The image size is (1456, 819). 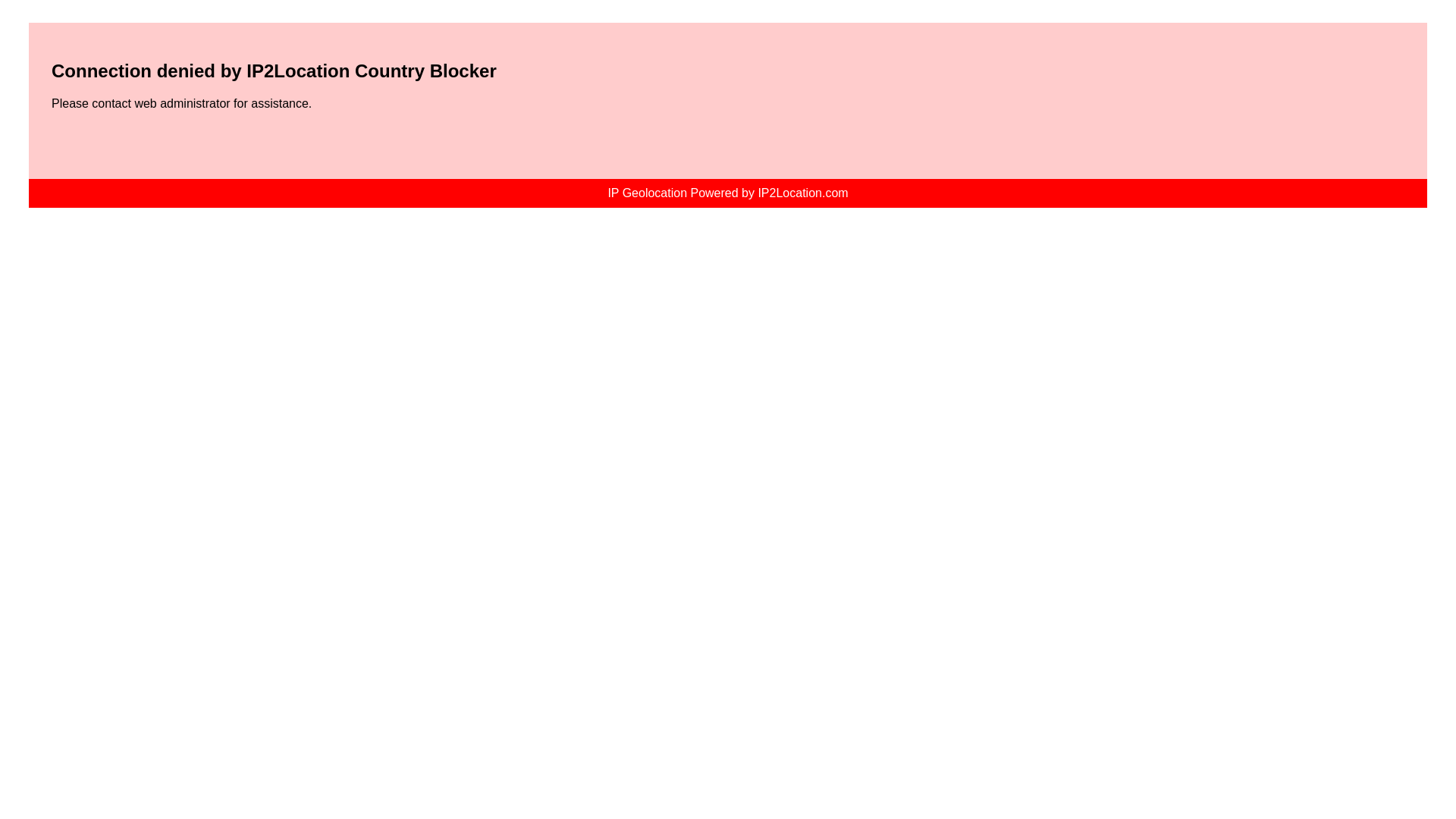 What do you see at coordinates (726, 192) in the screenshot?
I see `'IP Geolocation Powered by IP2Location.com'` at bounding box center [726, 192].